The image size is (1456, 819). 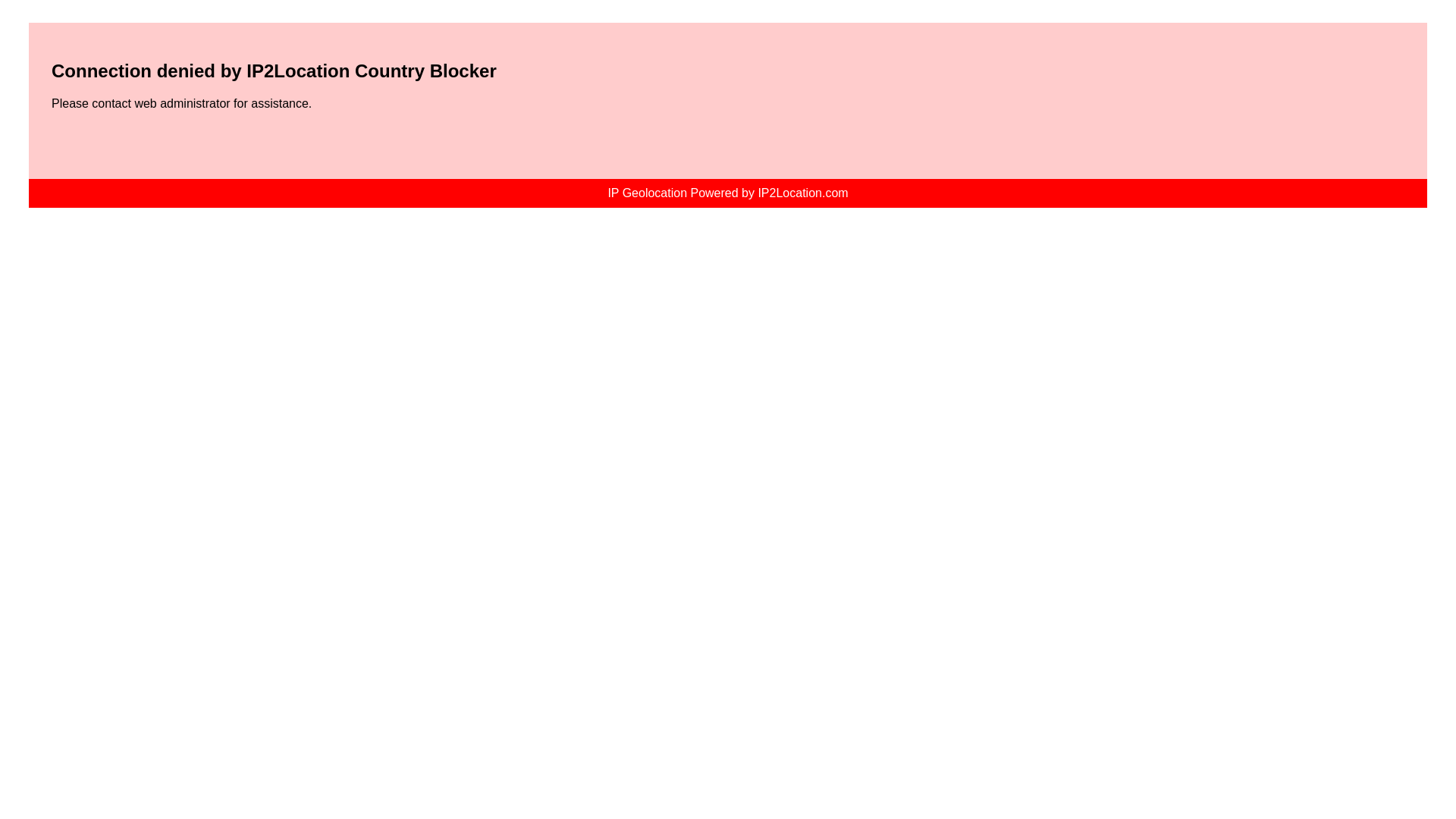 What do you see at coordinates (726, 192) in the screenshot?
I see `'IP Geolocation Powered by IP2Location.com'` at bounding box center [726, 192].